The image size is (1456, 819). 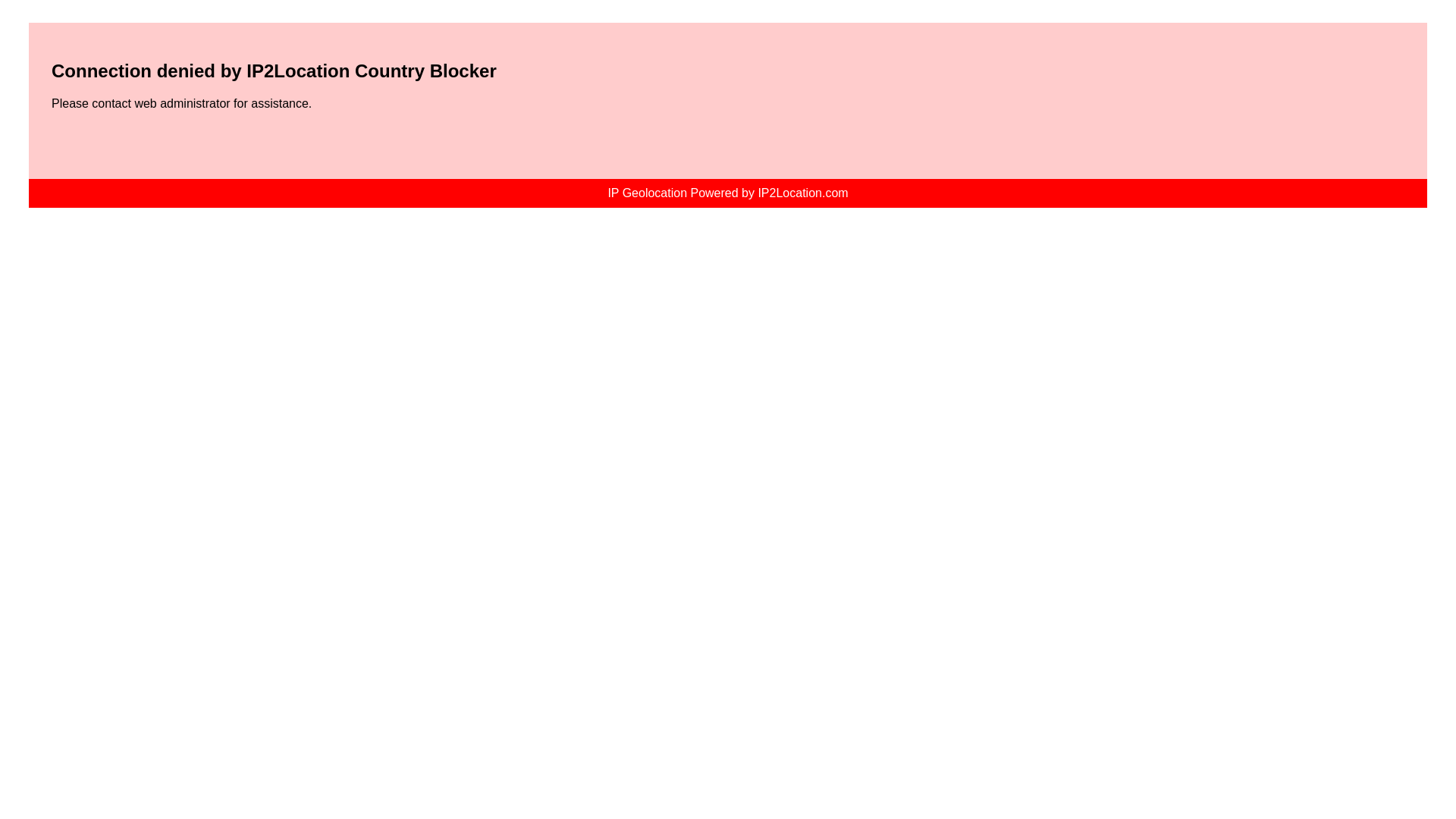 What do you see at coordinates (726, 192) in the screenshot?
I see `'IP Geolocation Powered by IP2Location.com'` at bounding box center [726, 192].